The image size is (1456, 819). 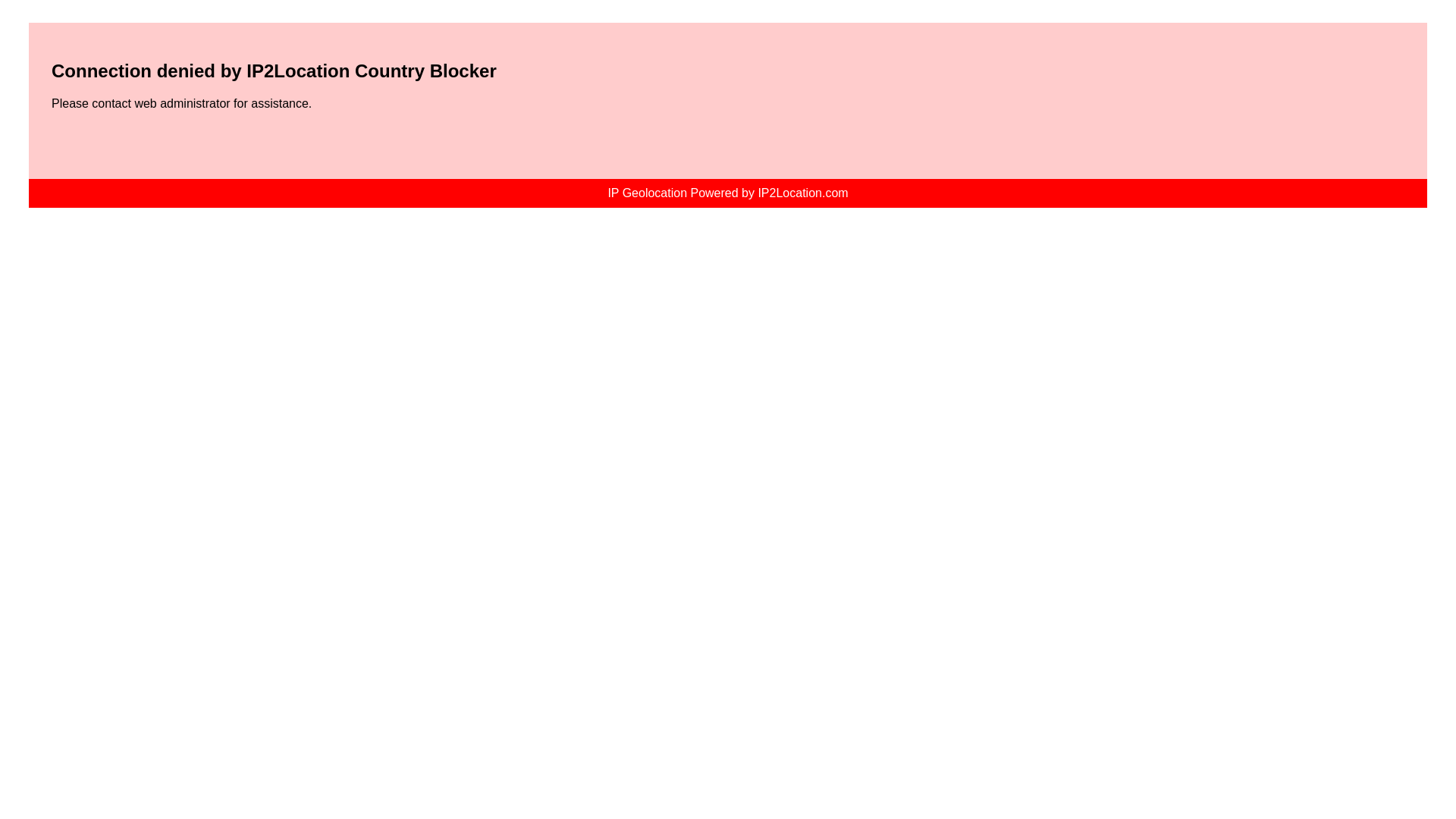 What do you see at coordinates (726, 192) in the screenshot?
I see `'IP Geolocation Powered by IP2Location.com'` at bounding box center [726, 192].